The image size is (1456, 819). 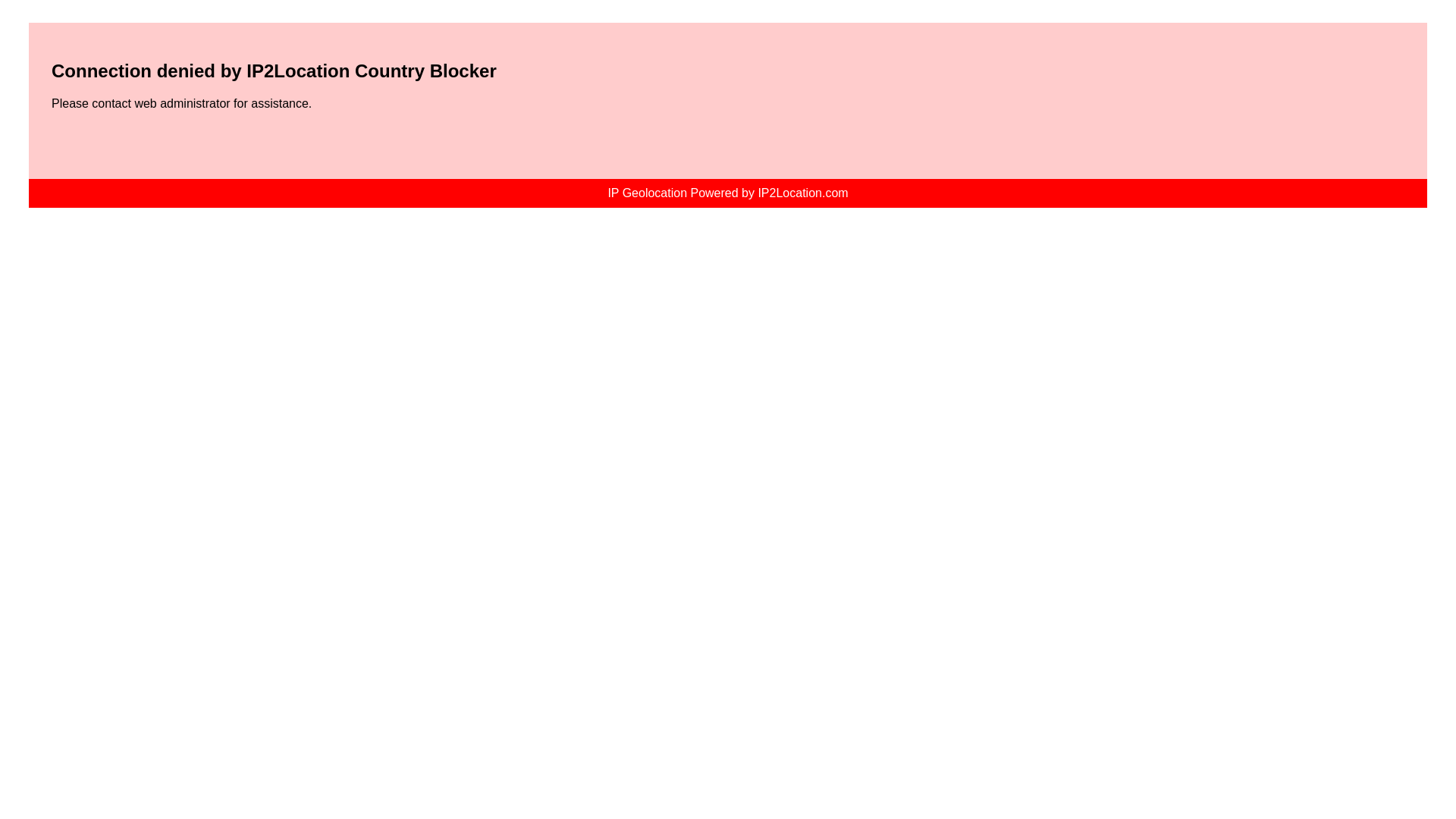 What do you see at coordinates (726, 192) in the screenshot?
I see `'IP Geolocation Powered by IP2Location.com'` at bounding box center [726, 192].